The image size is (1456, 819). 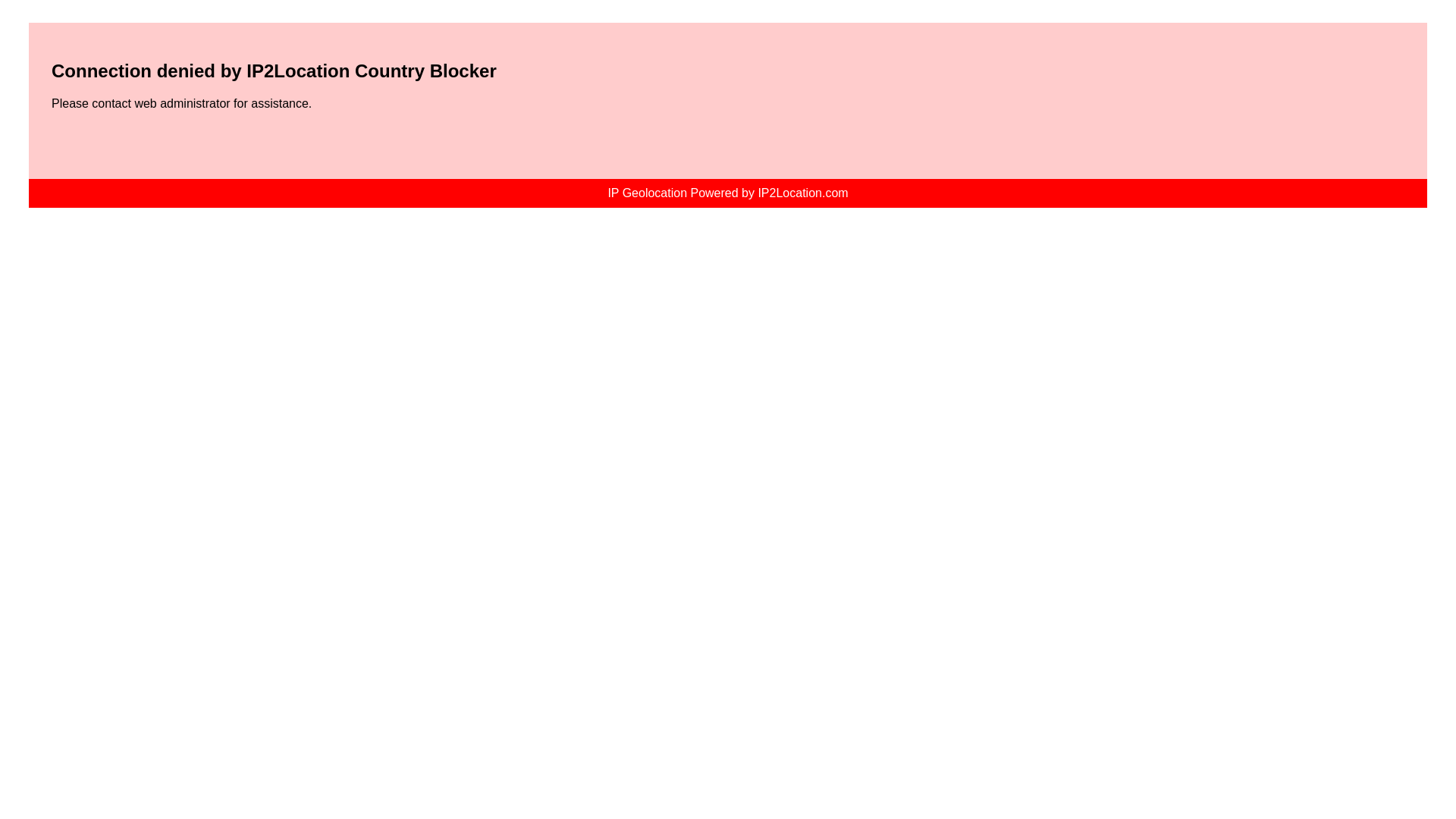 What do you see at coordinates (726, 192) in the screenshot?
I see `'IP Geolocation Powered by IP2Location.com'` at bounding box center [726, 192].